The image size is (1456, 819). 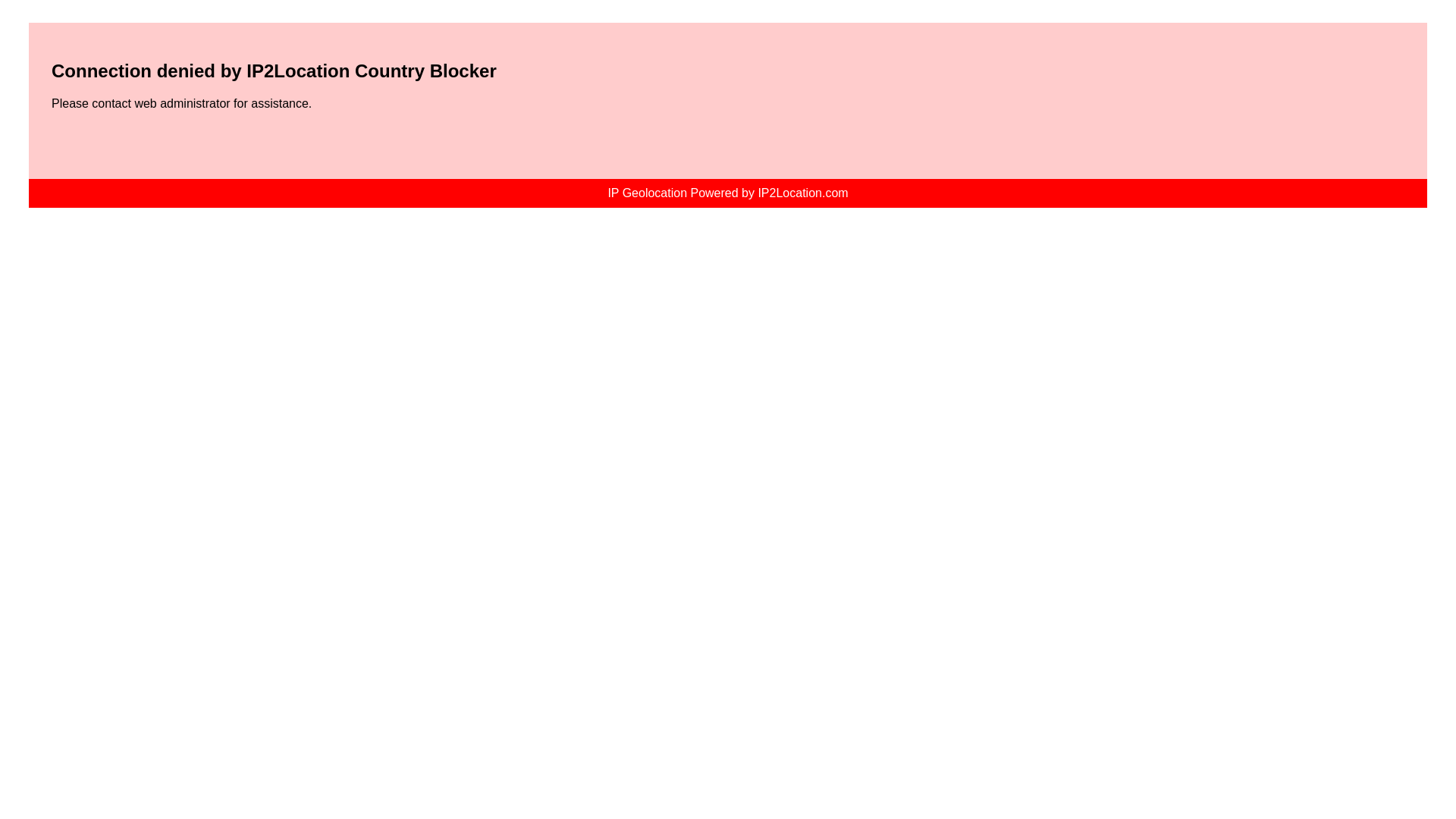 What do you see at coordinates (726, 192) in the screenshot?
I see `'IP Geolocation Powered by IP2Location.com'` at bounding box center [726, 192].